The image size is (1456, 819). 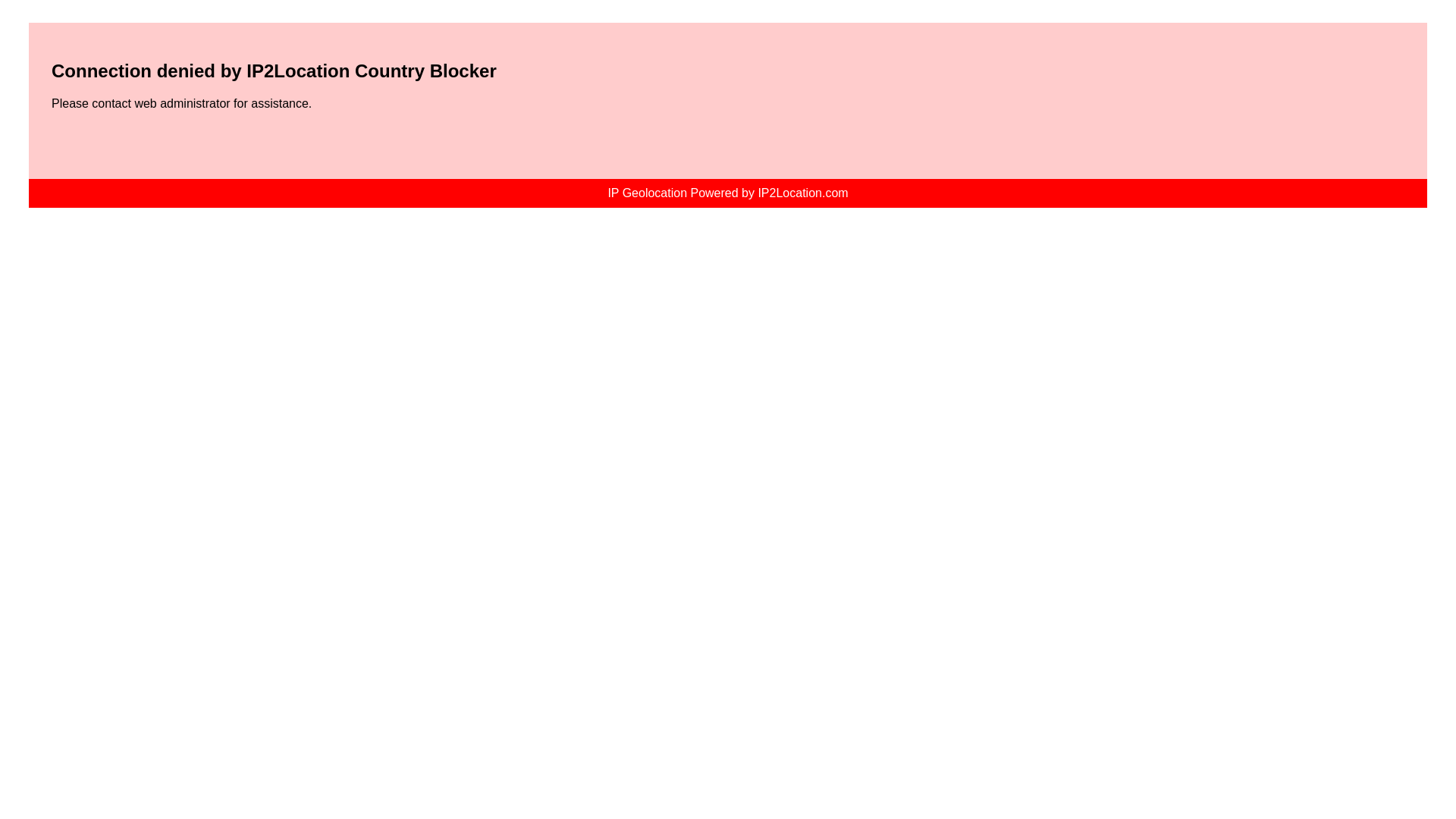 What do you see at coordinates (726, 192) in the screenshot?
I see `'IP Geolocation Powered by IP2Location.com'` at bounding box center [726, 192].